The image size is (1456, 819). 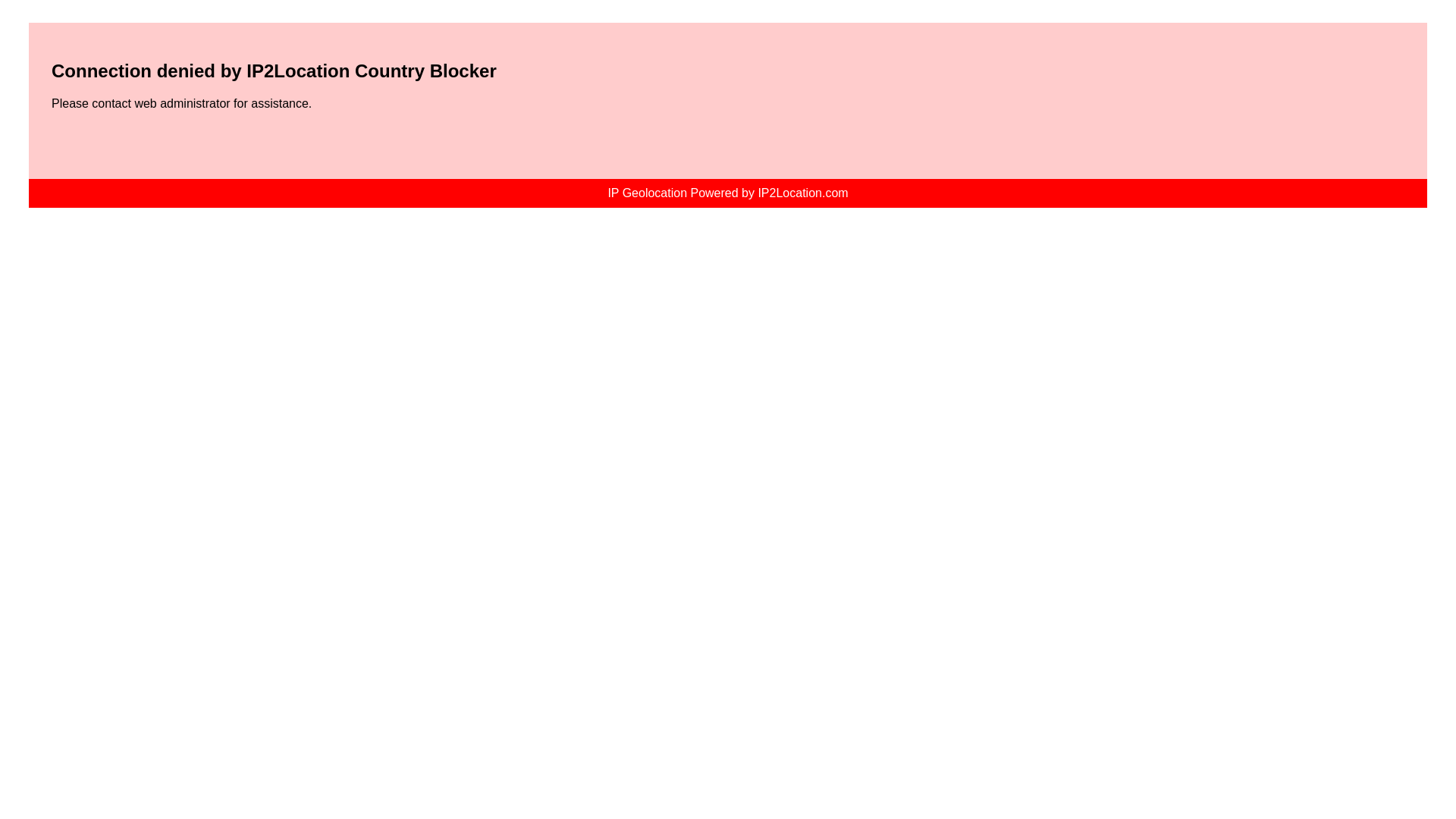 What do you see at coordinates (726, 192) in the screenshot?
I see `'IP Geolocation Powered by IP2Location.com'` at bounding box center [726, 192].